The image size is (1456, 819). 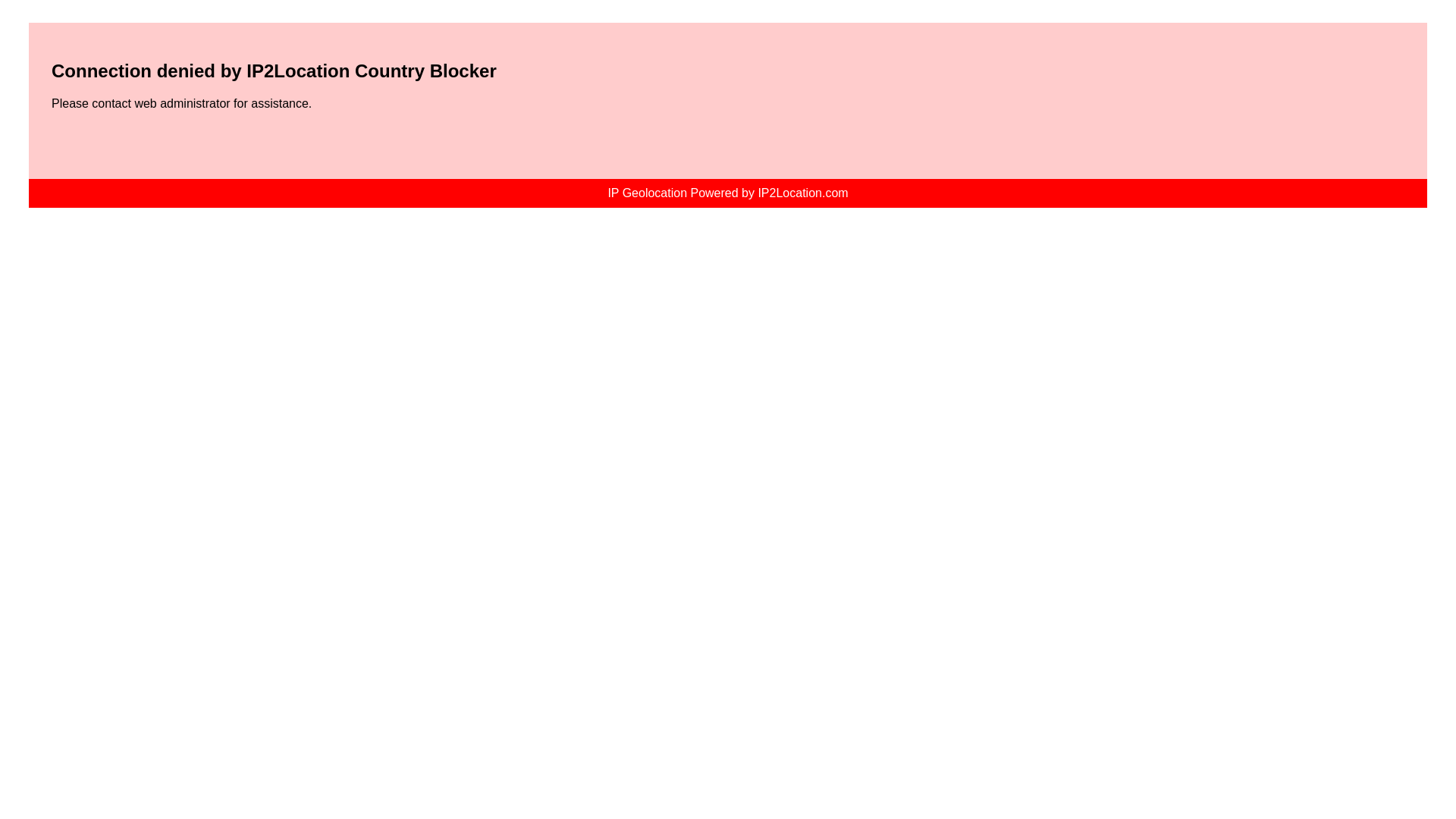 What do you see at coordinates (726, 192) in the screenshot?
I see `'IP Geolocation Powered by IP2Location.com'` at bounding box center [726, 192].